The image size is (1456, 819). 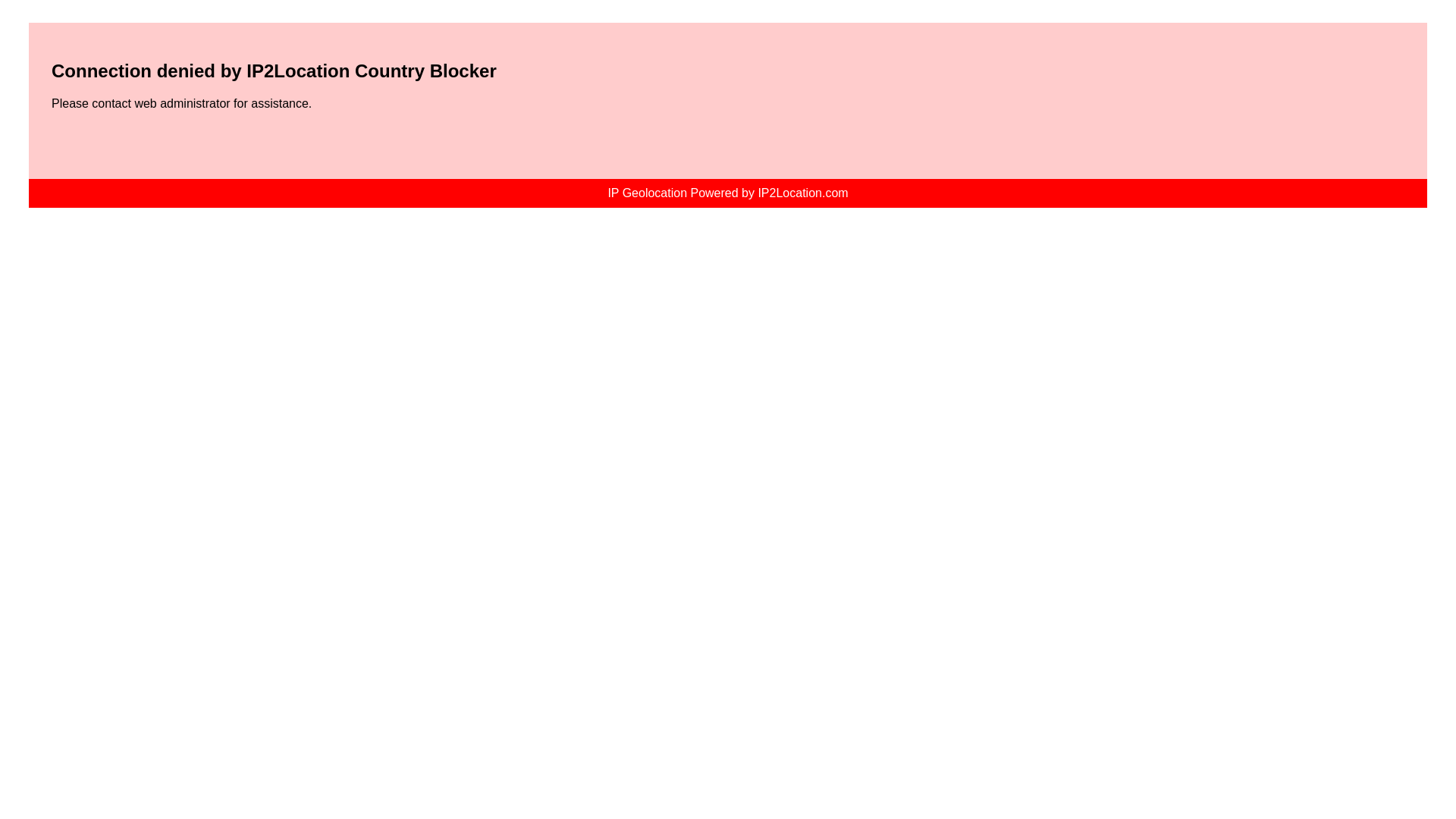 What do you see at coordinates (726, 192) in the screenshot?
I see `'IP Geolocation Powered by IP2Location.com'` at bounding box center [726, 192].